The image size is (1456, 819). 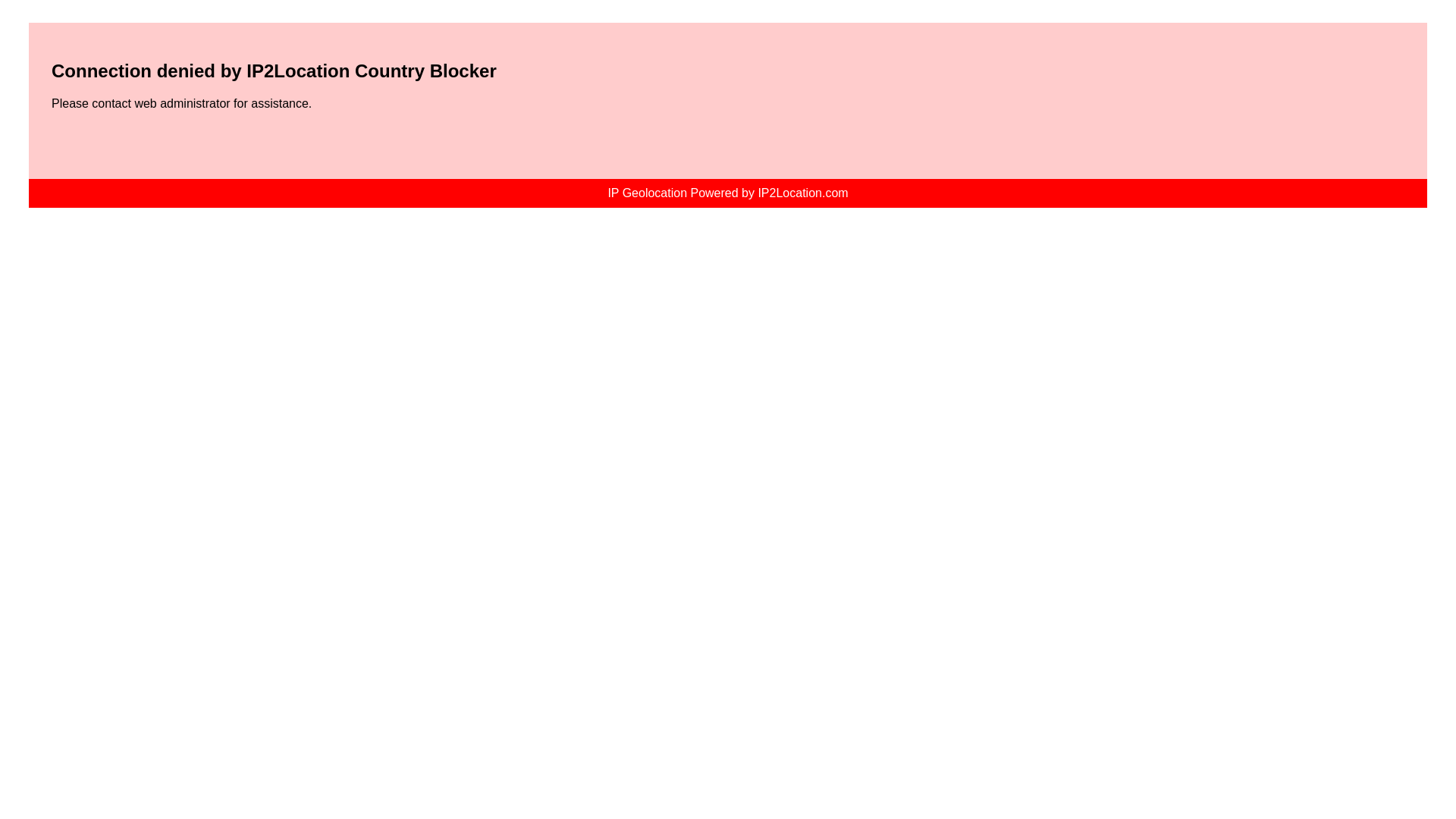 What do you see at coordinates (726, 192) in the screenshot?
I see `'IP Geolocation Powered by IP2Location.com'` at bounding box center [726, 192].